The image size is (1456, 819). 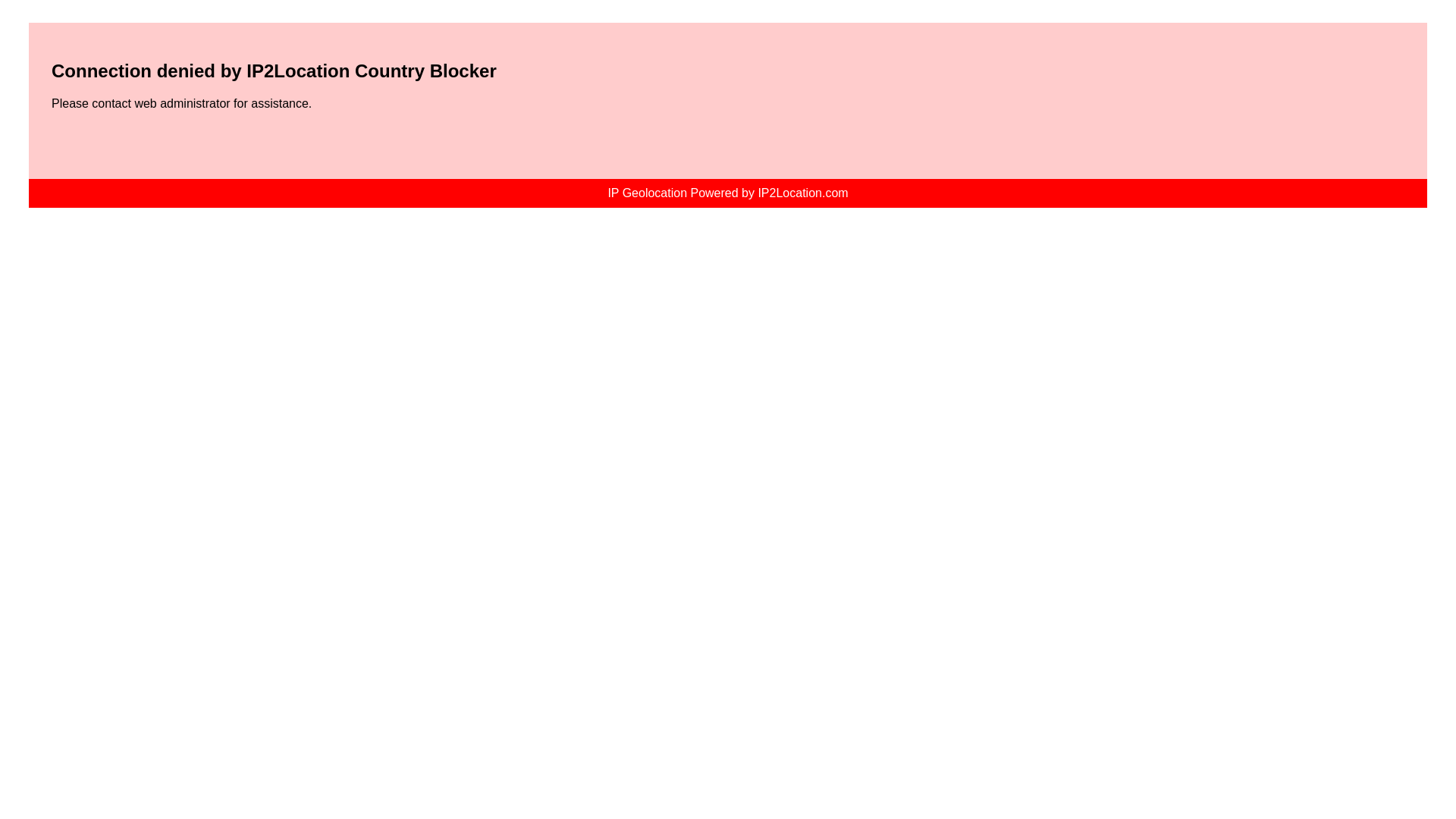 What do you see at coordinates (726, 192) in the screenshot?
I see `'IP Geolocation Powered by IP2Location.com'` at bounding box center [726, 192].